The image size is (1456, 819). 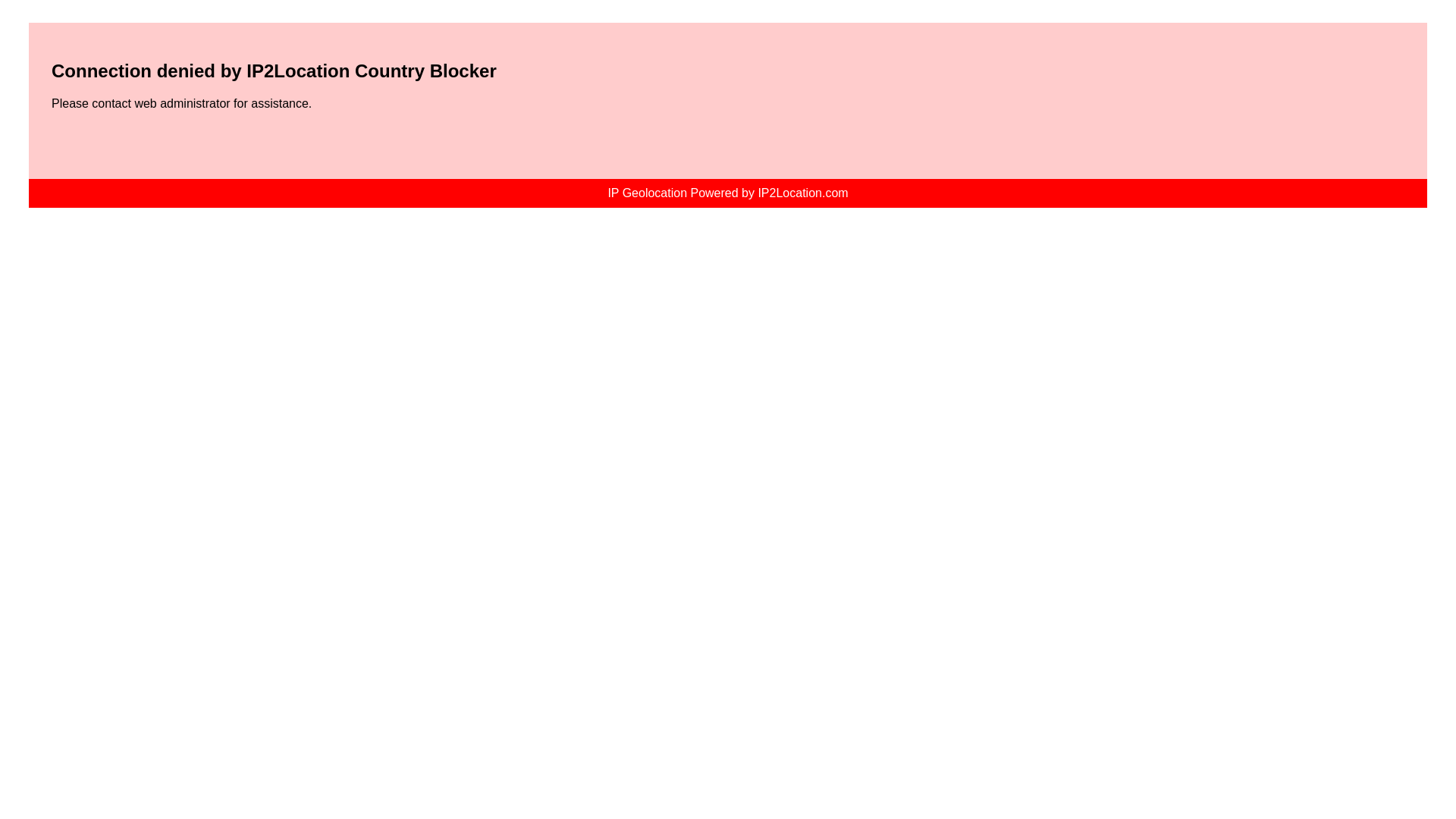 What do you see at coordinates (726, 192) in the screenshot?
I see `'IP Geolocation Powered by IP2Location.com'` at bounding box center [726, 192].